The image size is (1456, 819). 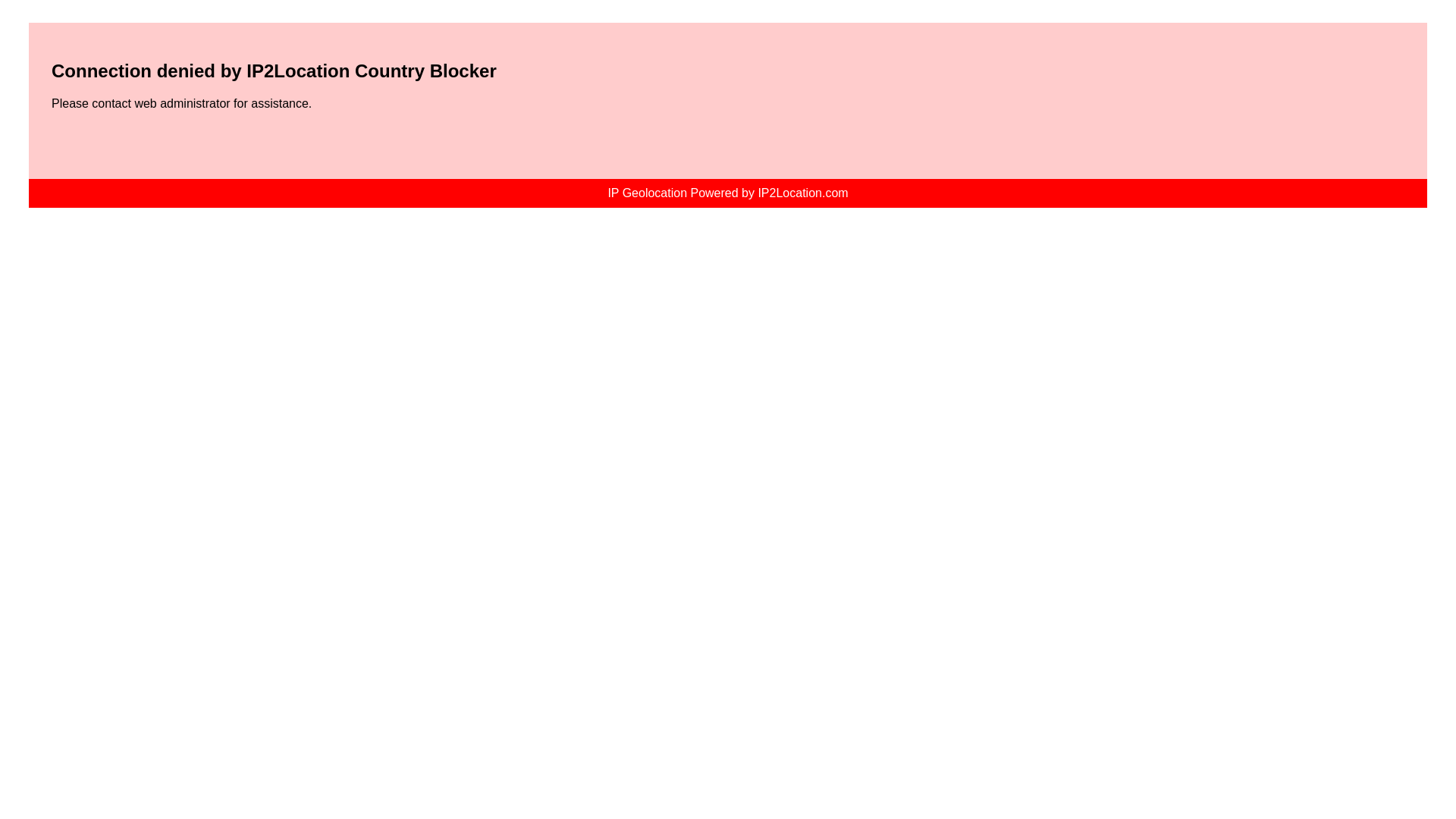 What do you see at coordinates (726, 192) in the screenshot?
I see `'IP Geolocation Powered by IP2Location.com'` at bounding box center [726, 192].